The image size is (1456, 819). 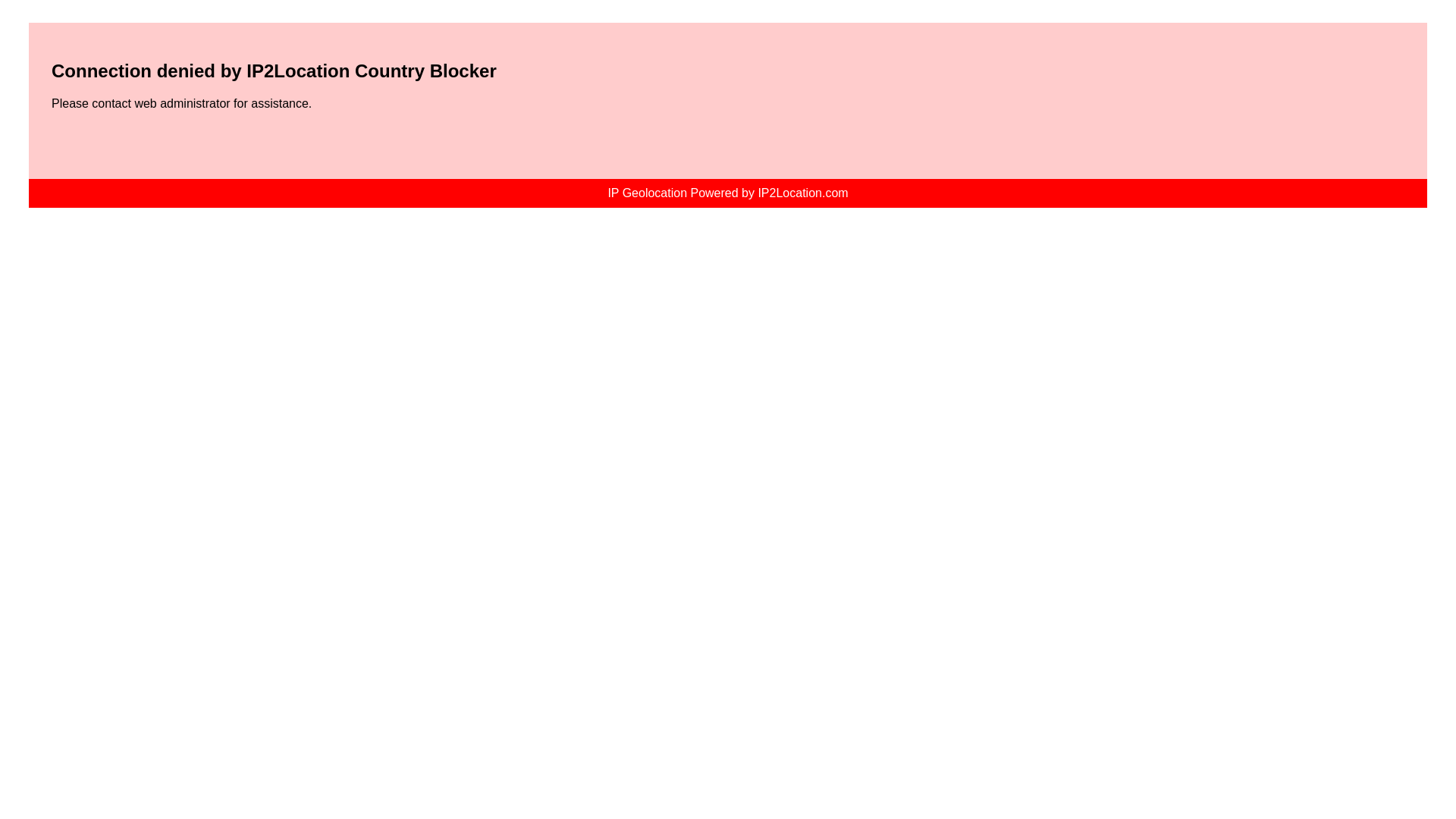 What do you see at coordinates (726, 192) in the screenshot?
I see `'IP Geolocation Powered by IP2Location.com'` at bounding box center [726, 192].